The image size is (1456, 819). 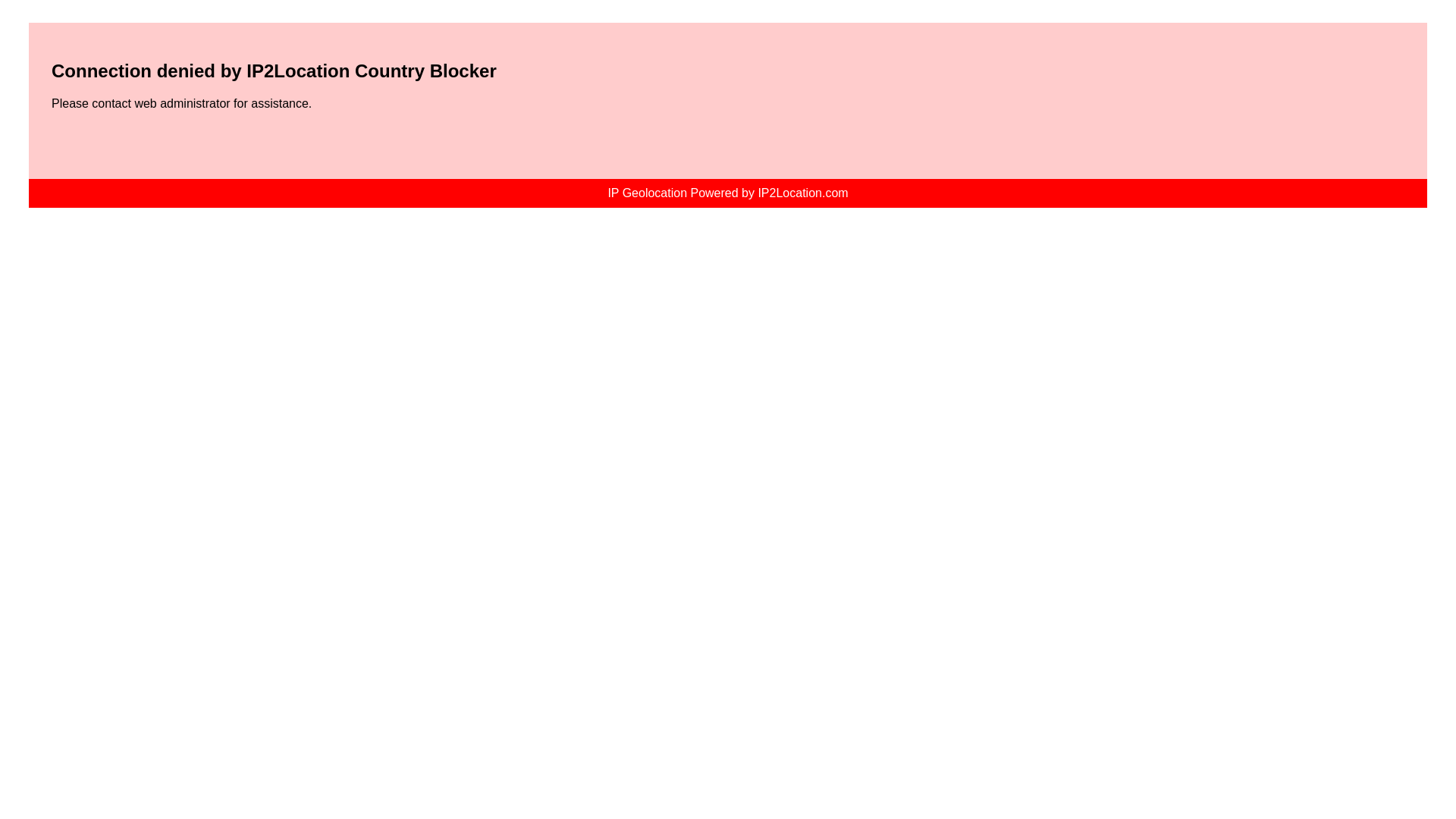 What do you see at coordinates (726, 192) in the screenshot?
I see `'IP Geolocation Powered by IP2Location.com'` at bounding box center [726, 192].